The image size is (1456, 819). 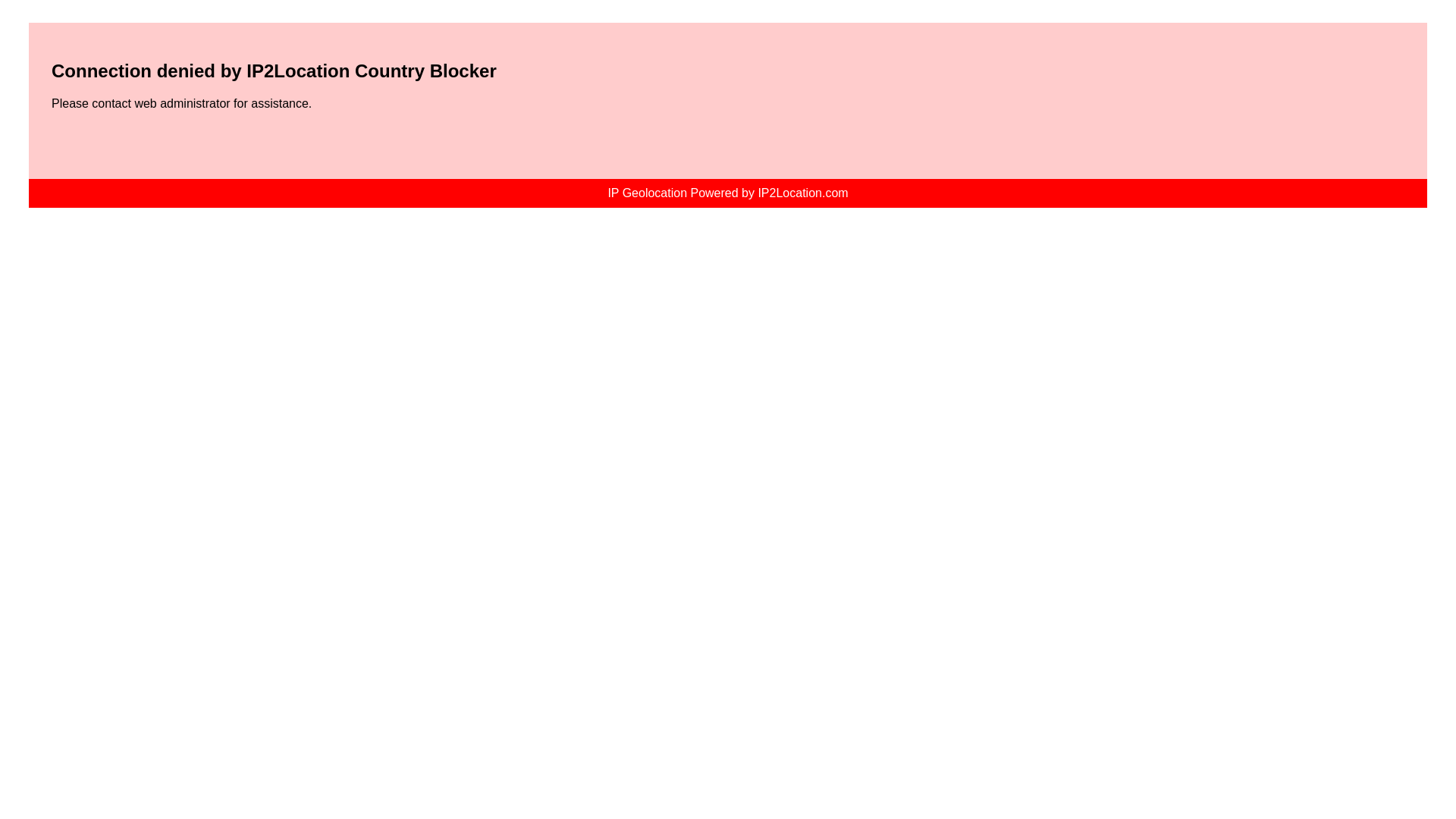 What do you see at coordinates (726, 192) in the screenshot?
I see `'IP Geolocation Powered by IP2Location.com'` at bounding box center [726, 192].